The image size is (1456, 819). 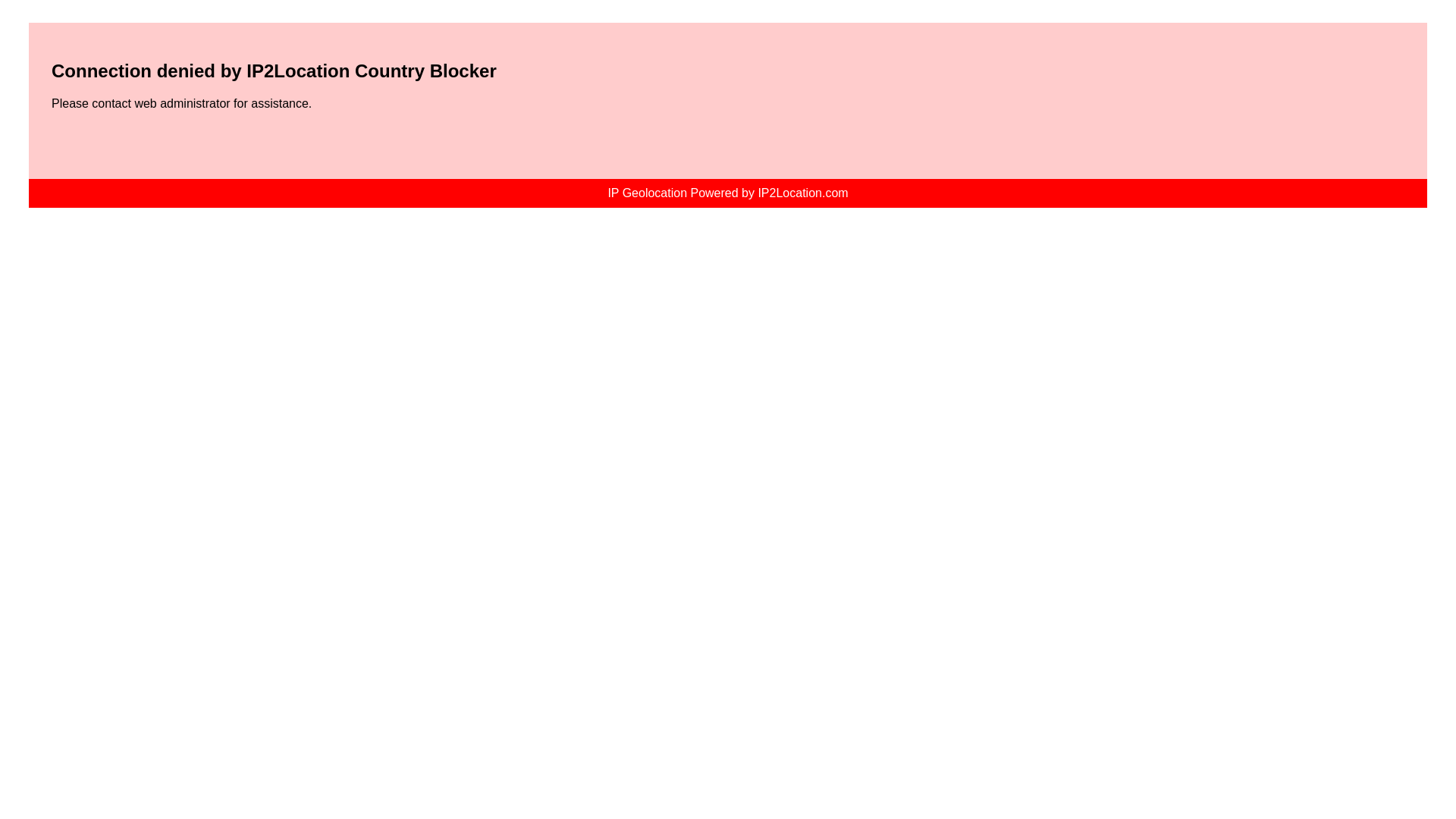 What do you see at coordinates (726, 192) in the screenshot?
I see `'IP Geolocation Powered by IP2Location.com'` at bounding box center [726, 192].